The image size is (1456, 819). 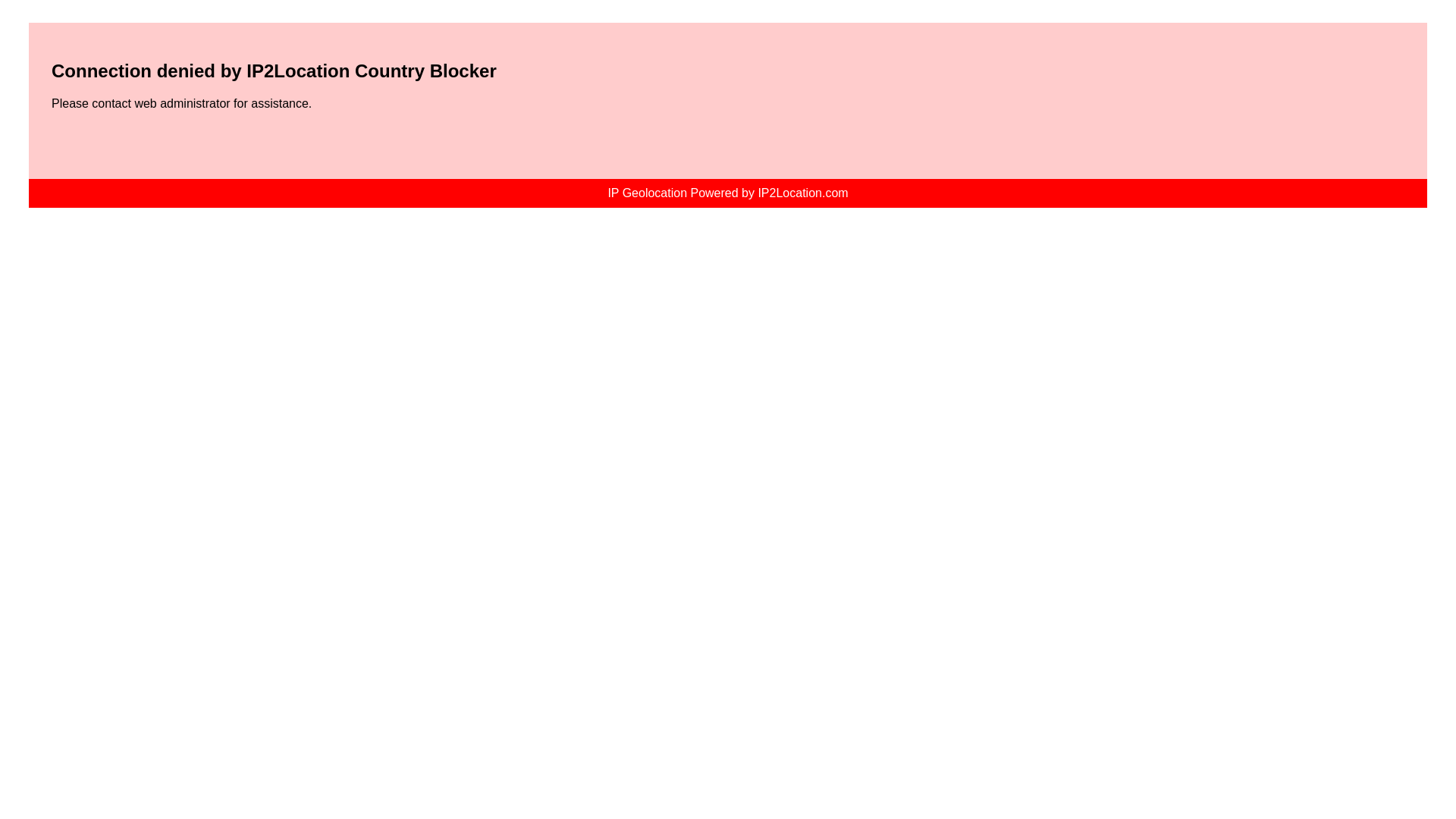 What do you see at coordinates (726, 192) in the screenshot?
I see `'IP Geolocation Powered by IP2Location.com'` at bounding box center [726, 192].